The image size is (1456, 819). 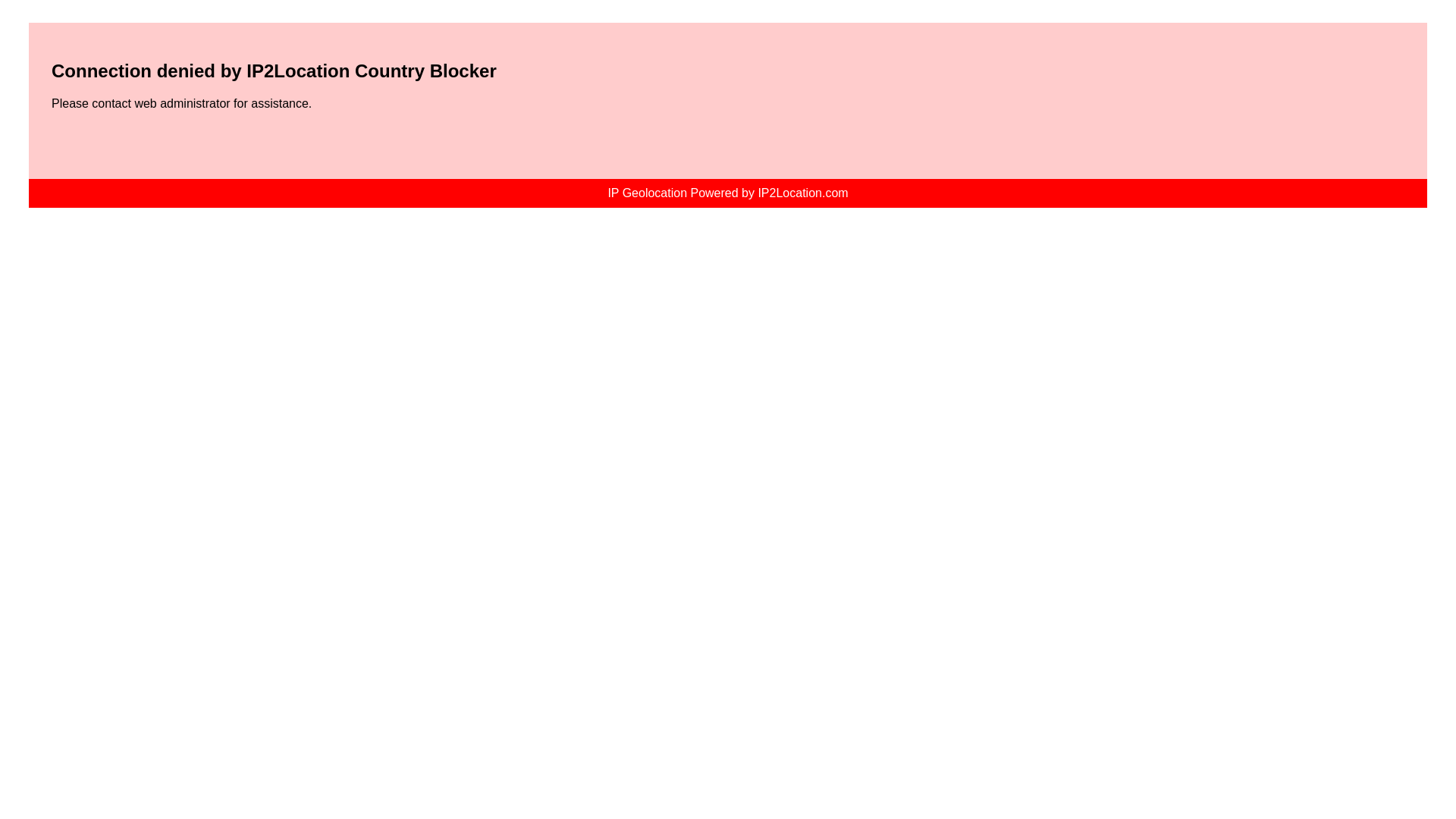 What do you see at coordinates (726, 192) in the screenshot?
I see `'IP Geolocation Powered by IP2Location.com'` at bounding box center [726, 192].